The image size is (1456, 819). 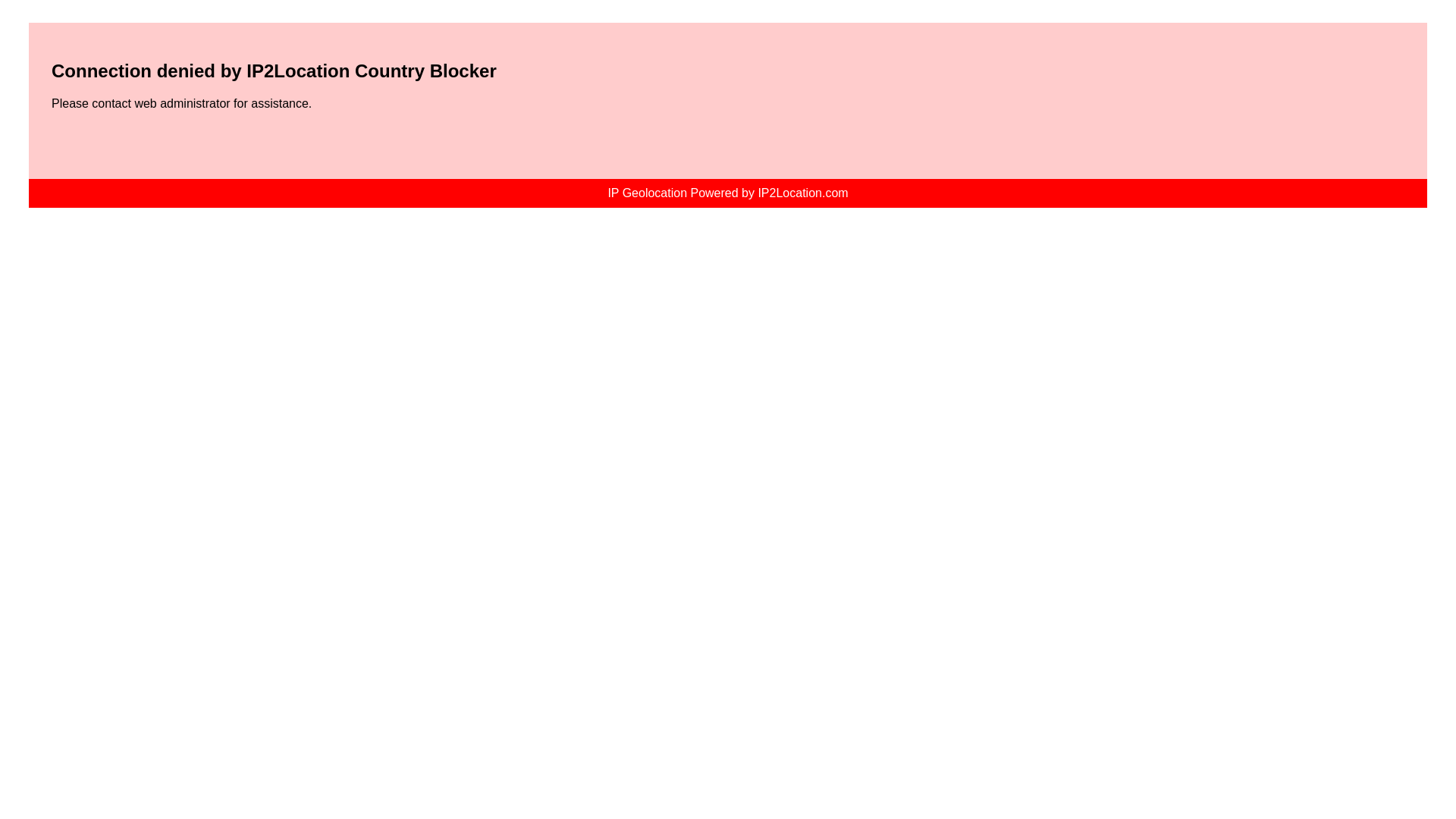 What do you see at coordinates (726, 192) in the screenshot?
I see `'IP Geolocation Powered by IP2Location.com'` at bounding box center [726, 192].